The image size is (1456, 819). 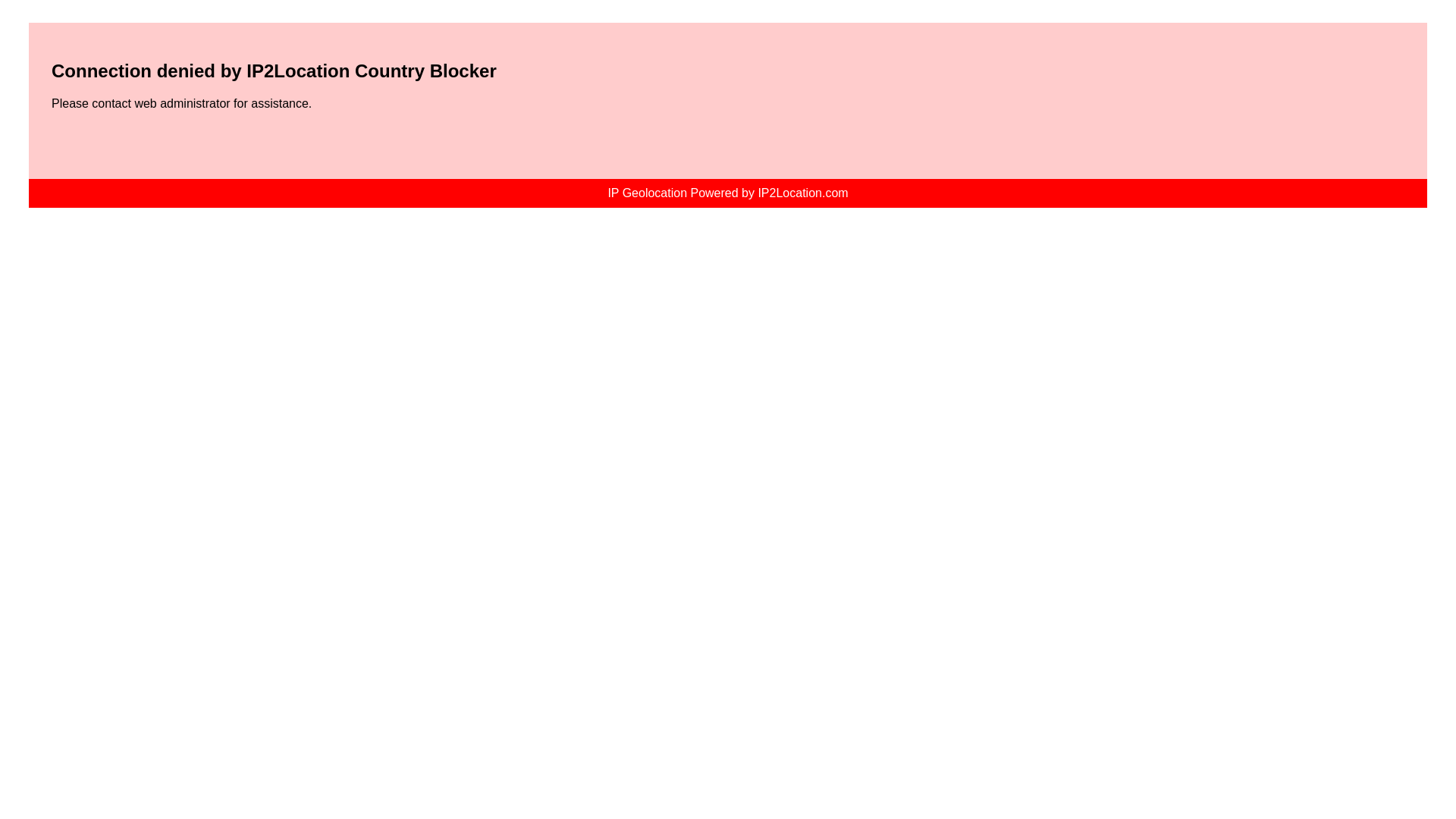 What do you see at coordinates (726, 192) in the screenshot?
I see `'IP Geolocation Powered by IP2Location.com'` at bounding box center [726, 192].